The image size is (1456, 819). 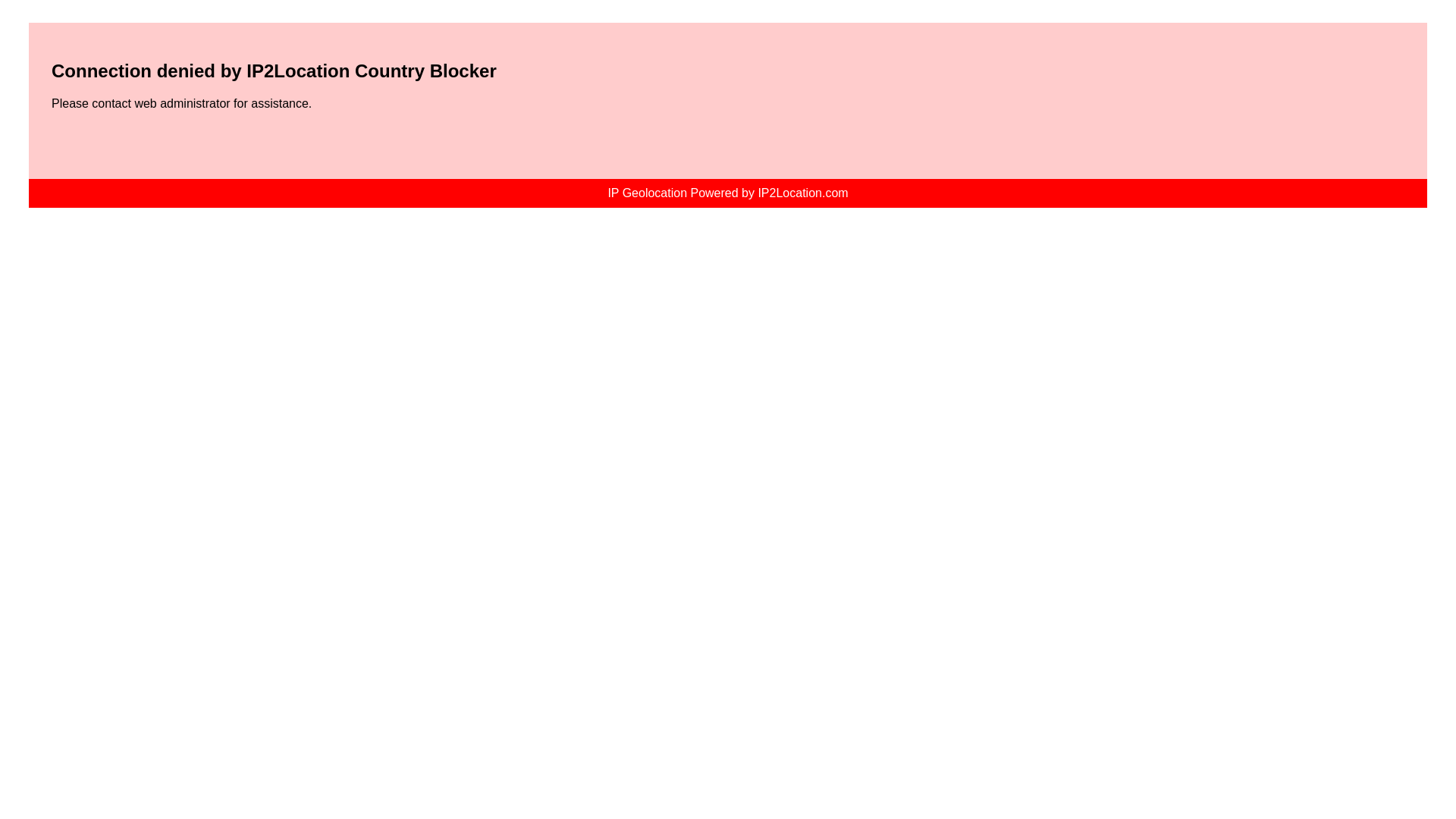 What do you see at coordinates (726, 192) in the screenshot?
I see `'IP Geolocation Powered by IP2Location.com'` at bounding box center [726, 192].